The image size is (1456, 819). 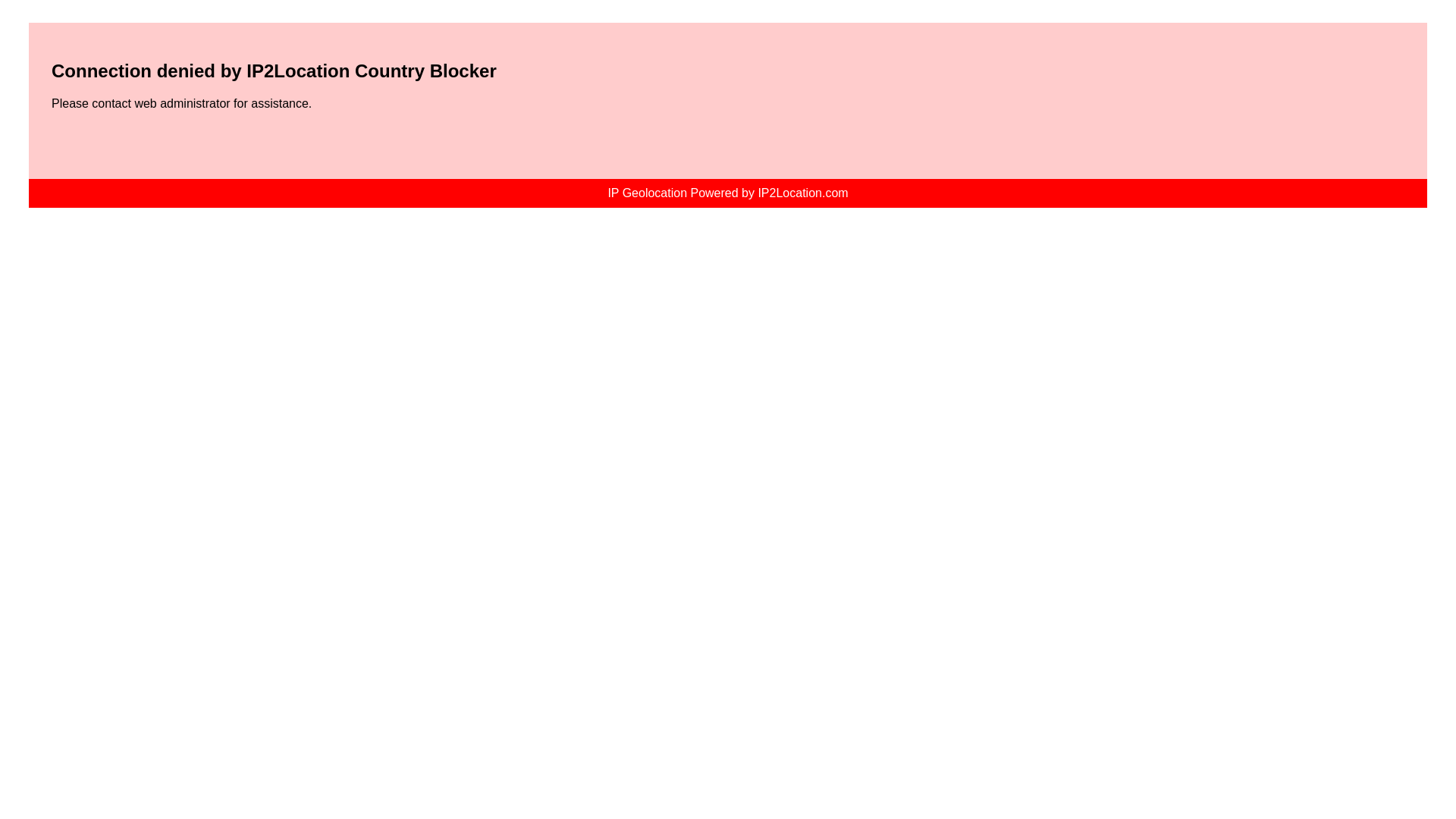 What do you see at coordinates (726, 192) in the screenshot?
I see `'IP Geolocation Powered by IP2Location.com'` at bounding box center [726, 192].